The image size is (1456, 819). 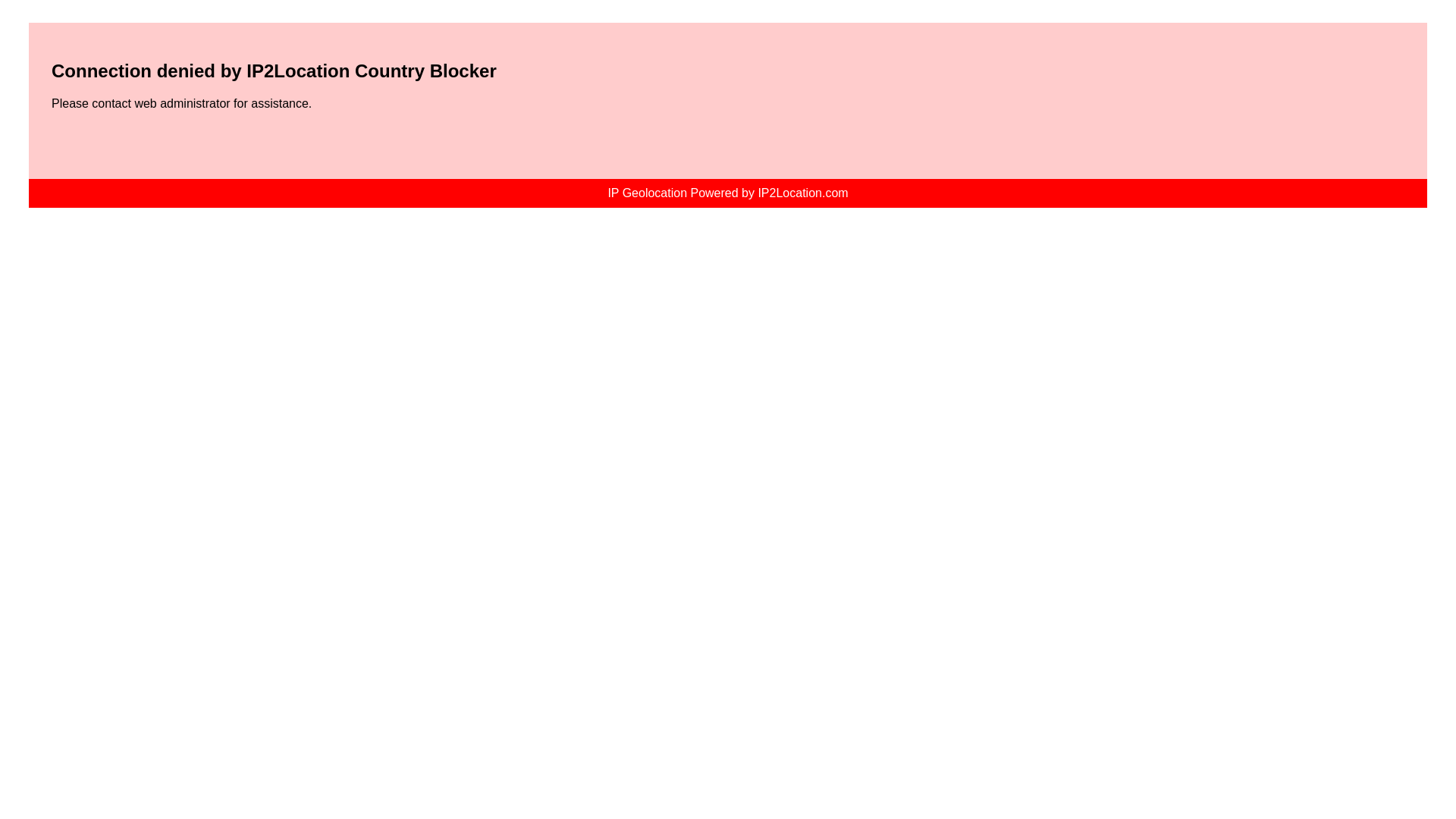 What do you see at coordinates (726, 192) in the screenshot?
I see `'IP Geolocation Powered by IP2Location.com'` at bounding box center [726, 192].